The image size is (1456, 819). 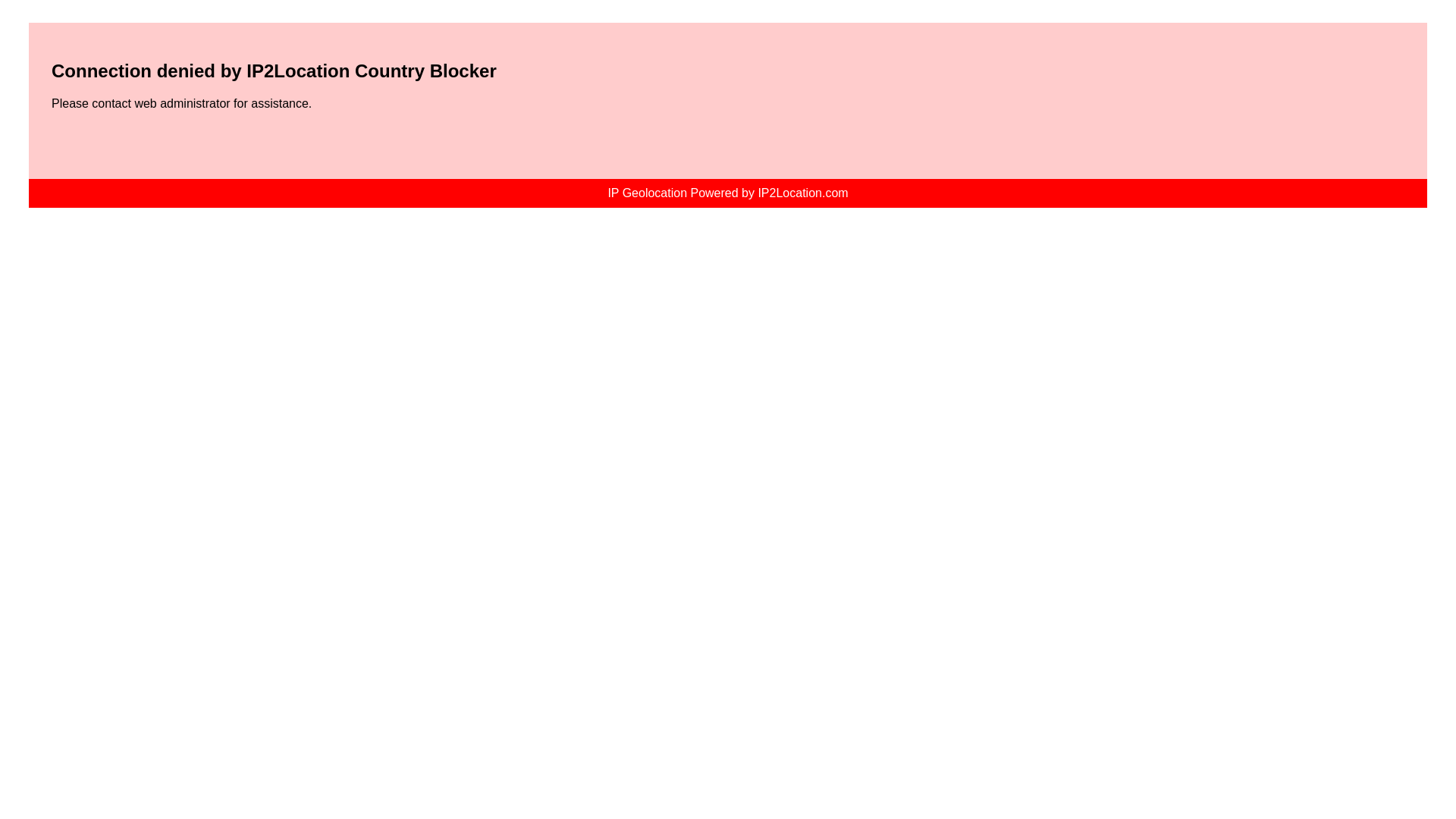 What do you see at coordinates (726, 192) in the screenshot?
I see `'IP Geolocation Powered by IP2Location.com'` at bounding box center [726, 192].